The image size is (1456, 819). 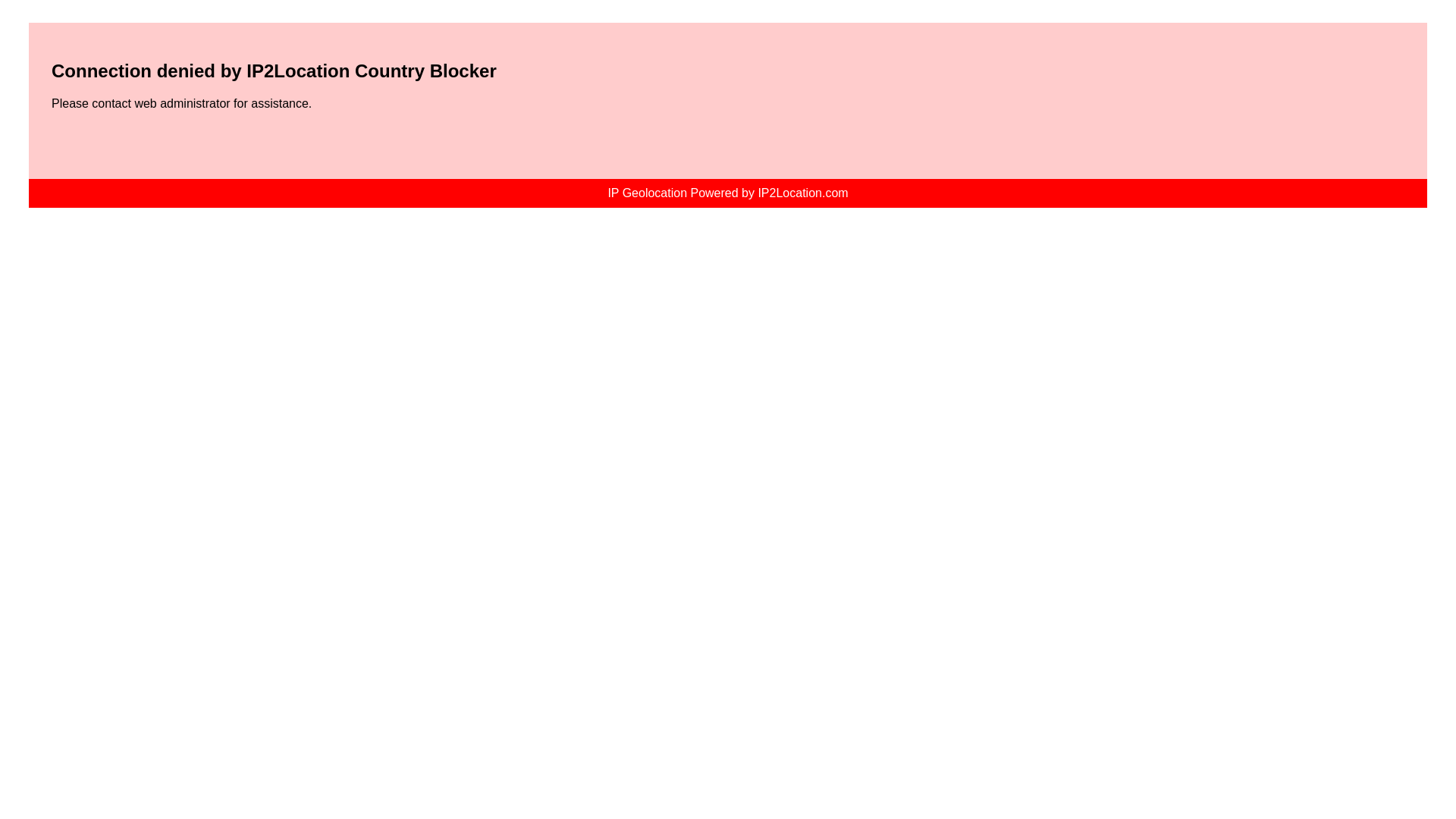 What do you see at coordinates (726, 192) in the screenshot?
I see `'IP Geolocation Powered by IP2Location.com'` at bounding box center [726, 192].